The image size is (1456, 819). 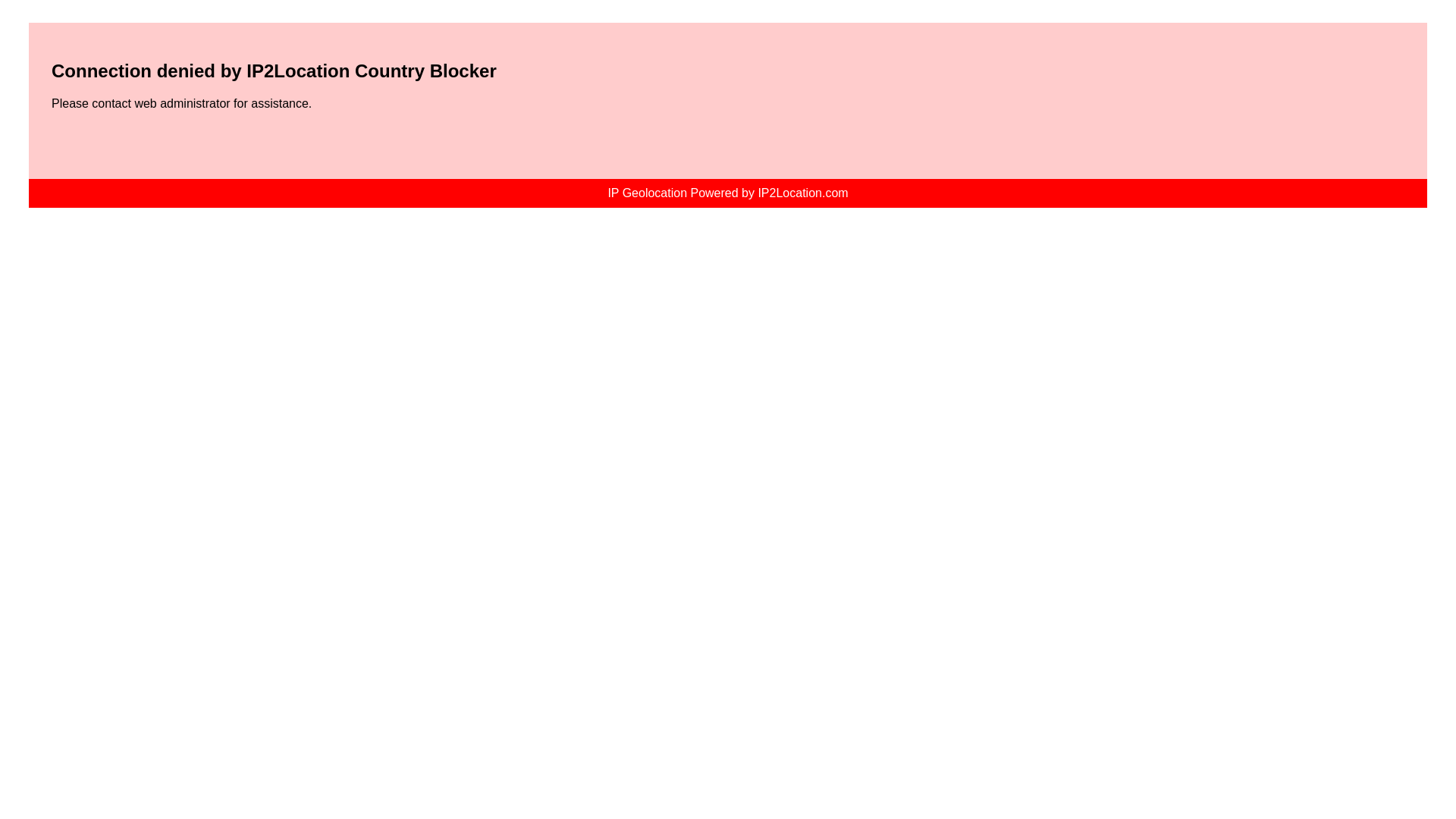 What do you see at coordinates (726, 192) in the screenshot?
I see `'IP Geolocation Powered by IP2Location.com'` at bounding box center [726, 192].